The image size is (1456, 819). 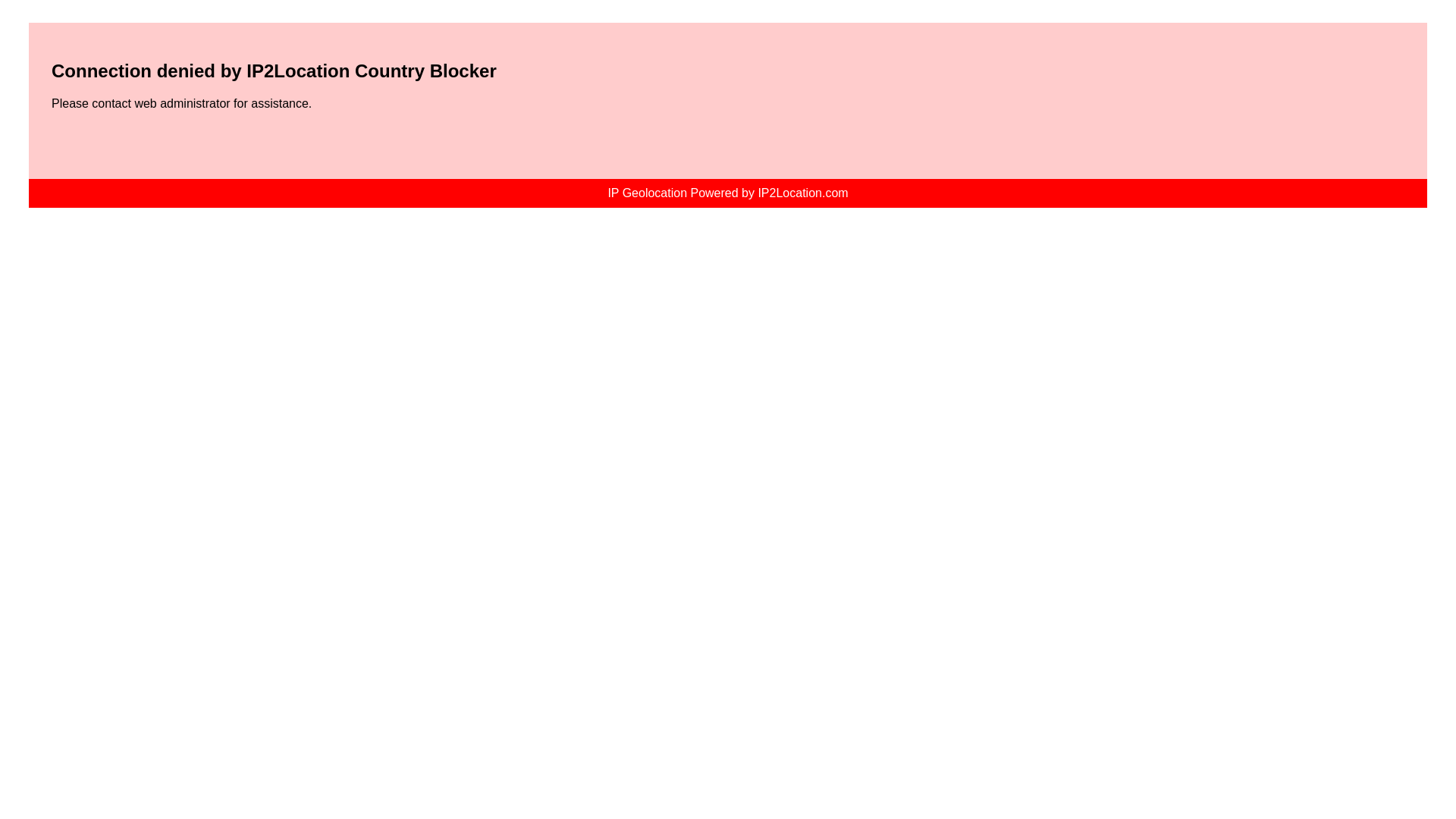 What do you see at coordinates (726, 192) in the screenshot?
I see `'IP Geolocation Powered by IP2Location.com'` at bounding box center [726, 192].